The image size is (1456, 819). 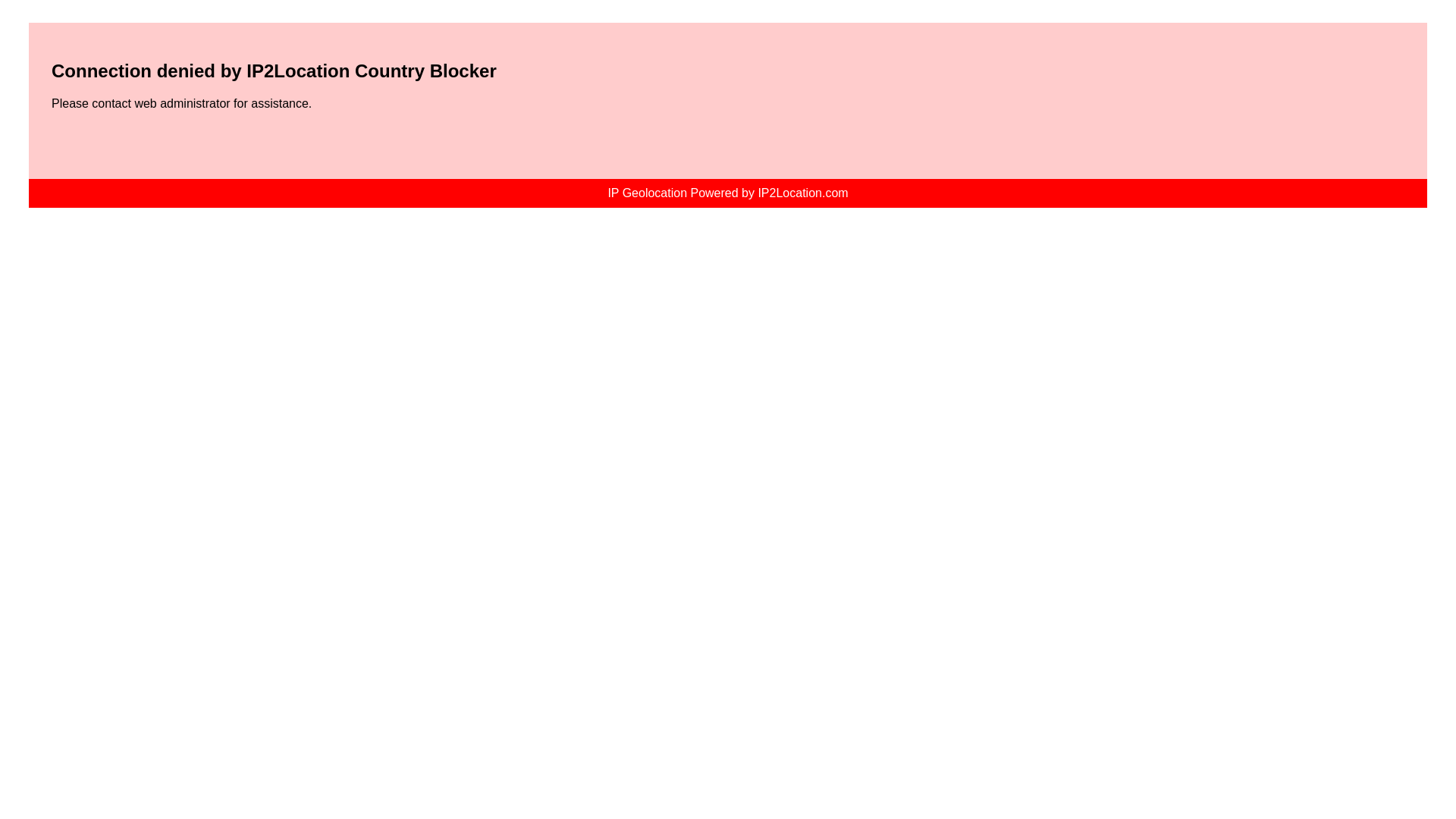 What do you see at coordinates (726, 192) in the screenshot?
I see `'IP Geolocation Powered by IP2Location.com'` at bounding box center [726, 192].